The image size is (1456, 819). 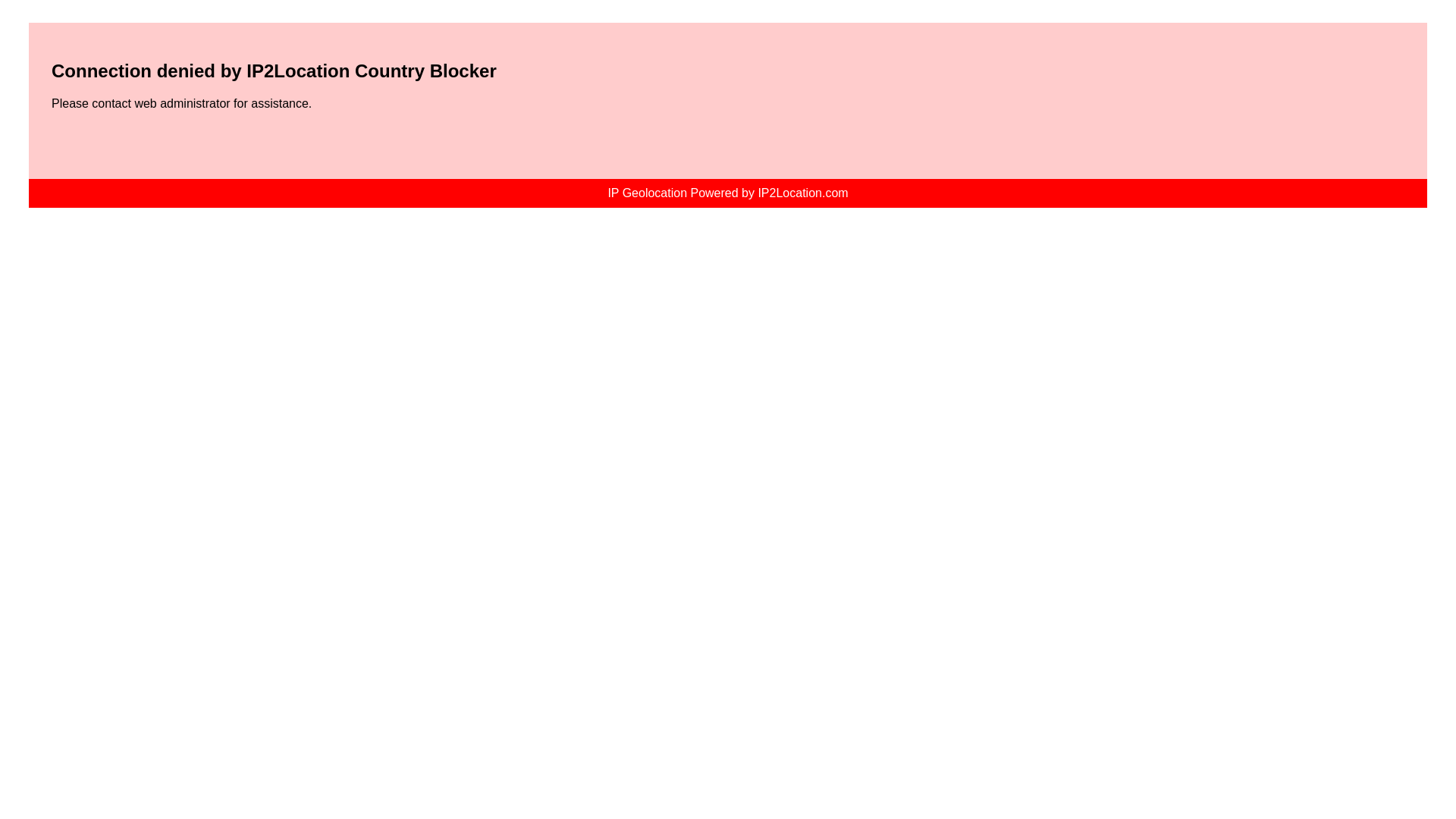 What do you see at coordinates (726, 192) in the screenshot?
I see `'IP Geolocation Powered by IP2Location.com'` at bounding box center [726, 192].